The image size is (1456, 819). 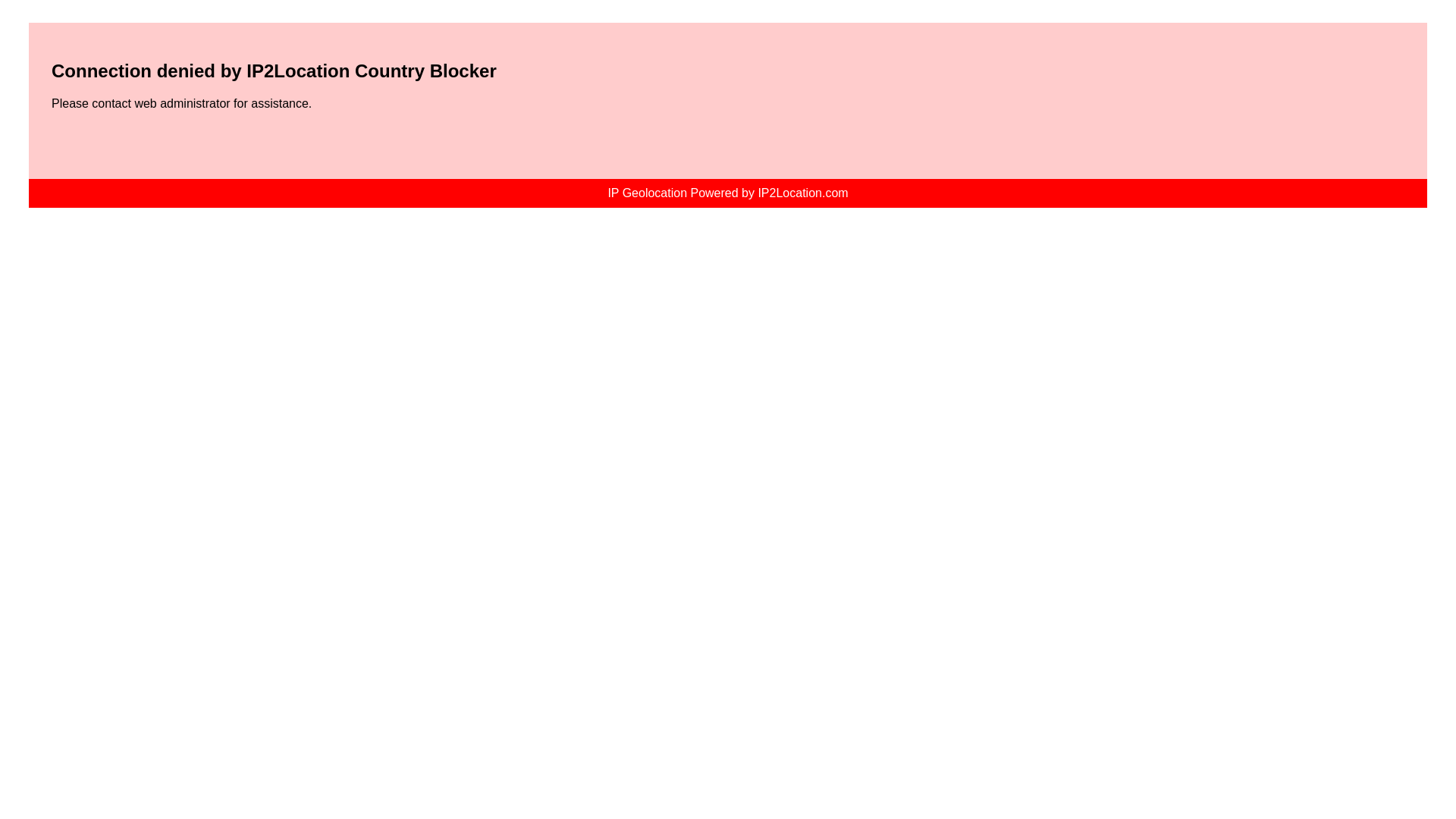 What do you see at coordinates (726, 192) in the screenshot?
I see `'IP Geolocation Powered by IP2Location.com'` at bounding box center [726, 192].